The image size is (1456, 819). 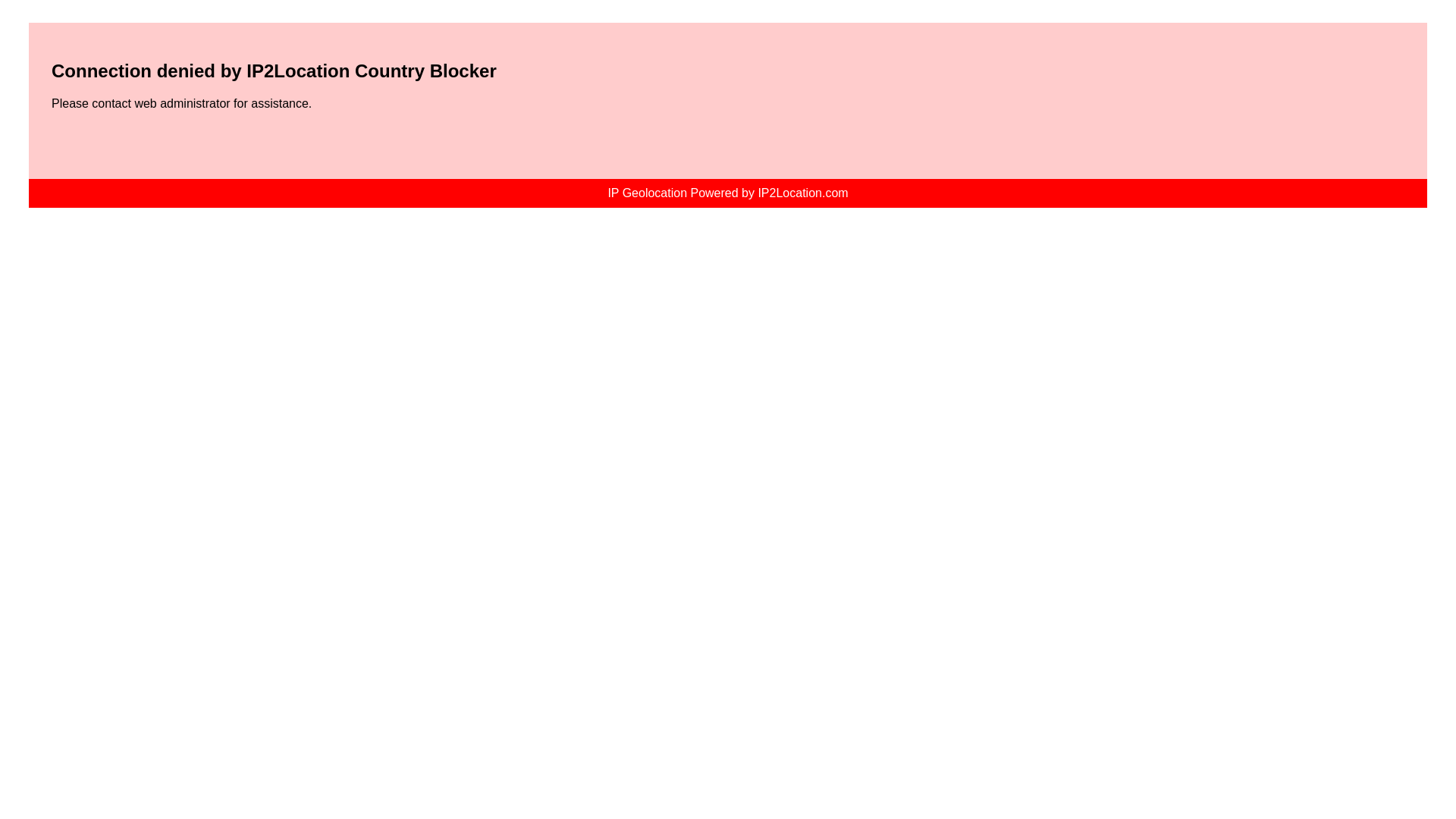 What do you see at coordinates (726, 192) in the screenshot?
I see `'IP Geolocation Powered by IP2Location.com'` at bounding box center [726, 192].